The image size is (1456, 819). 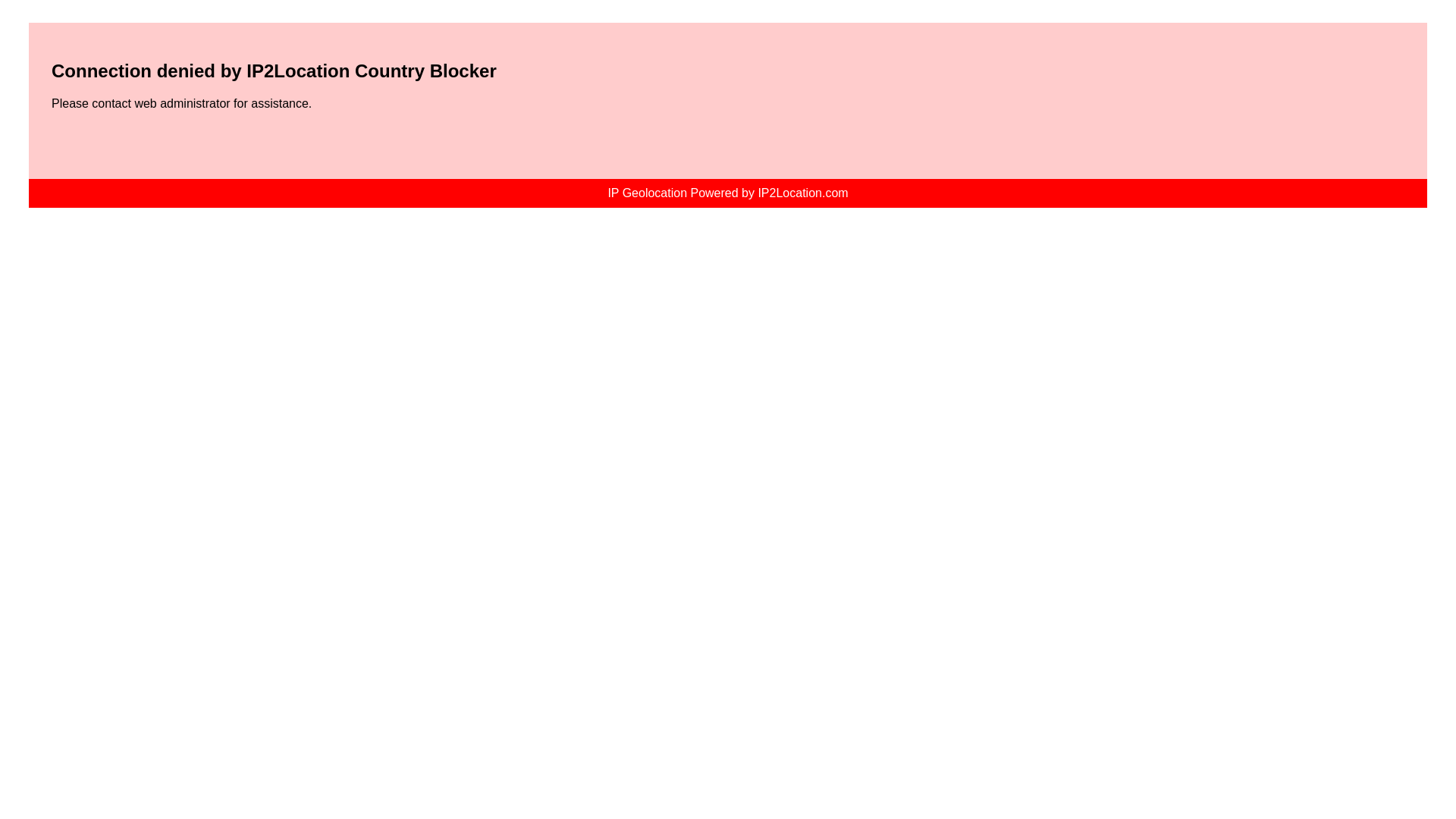 What do you see at coordinates (726, 192) in the screenshot?
I see `'IP Geolocation Powered by IP2Location.com'` at bounding box center [726, 192].